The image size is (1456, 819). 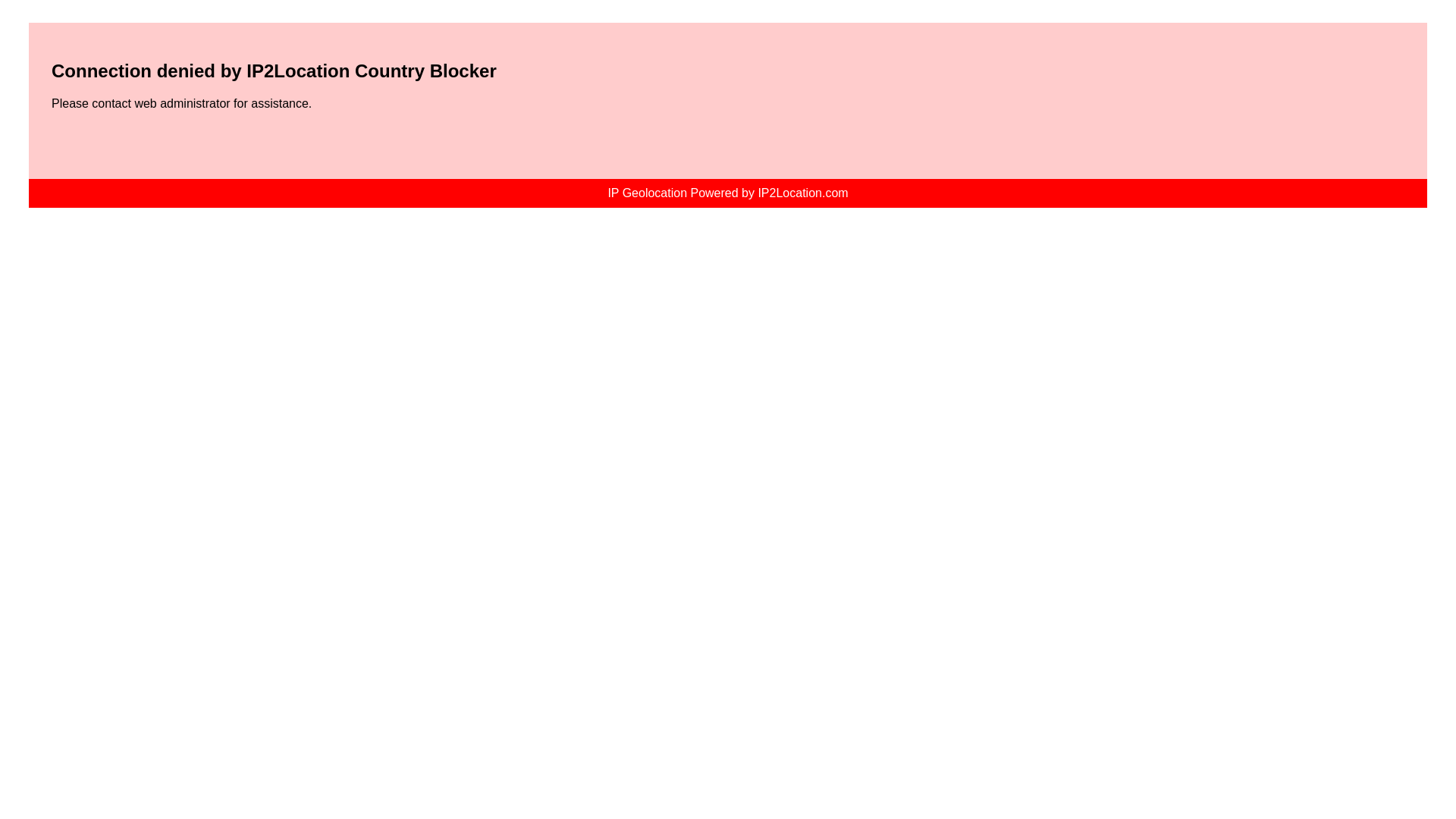 What do you see at coordinates (726, 192) in the screenshot?
I see `'IP Geolocation Powered by IP2Location.com'` at bounding box center [726, 192].